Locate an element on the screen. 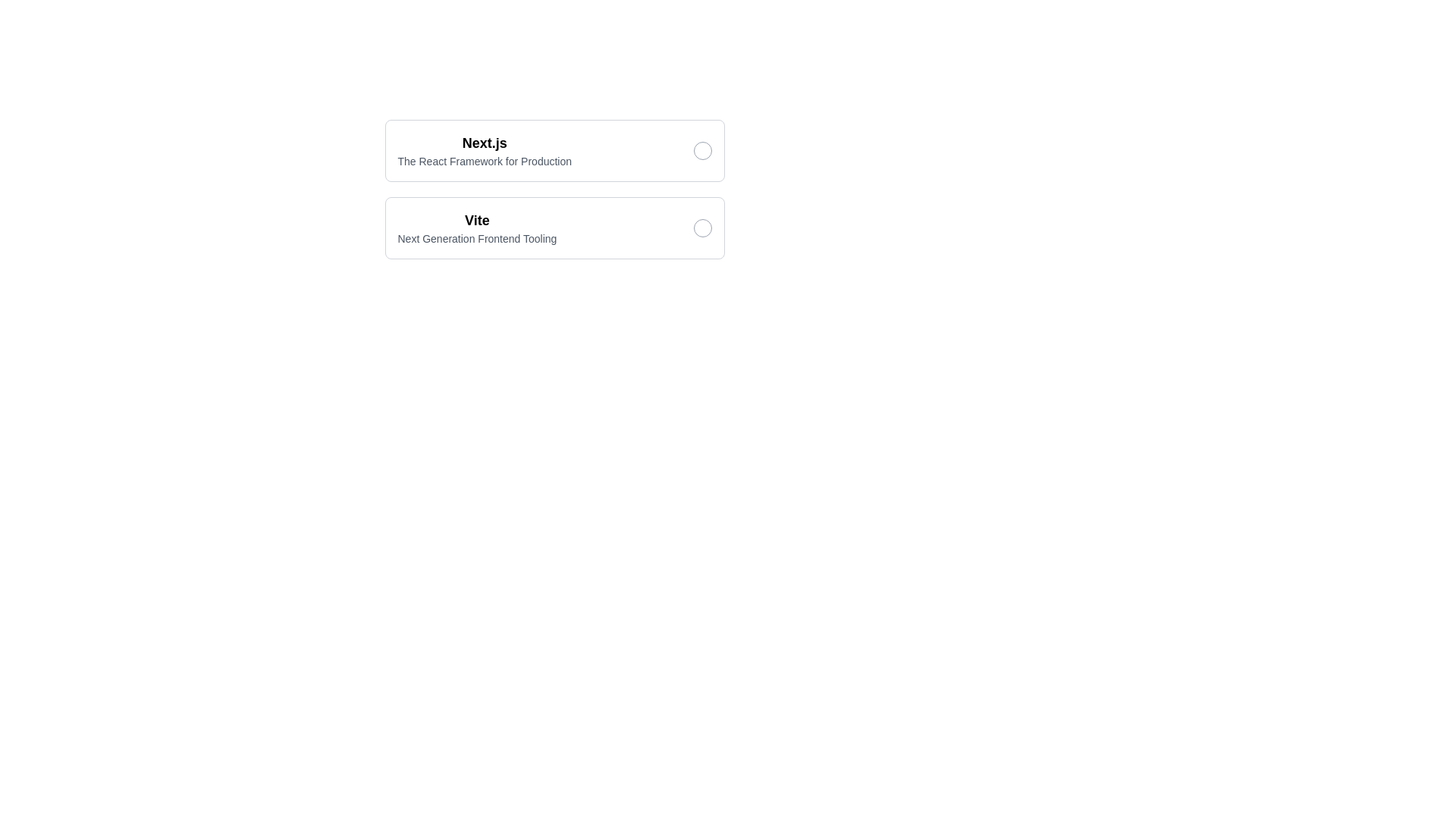 The height and width of the screenshot is (819, 1456). the selectable list item representing the 'Vite' framework is located at coordinates (554, 189).